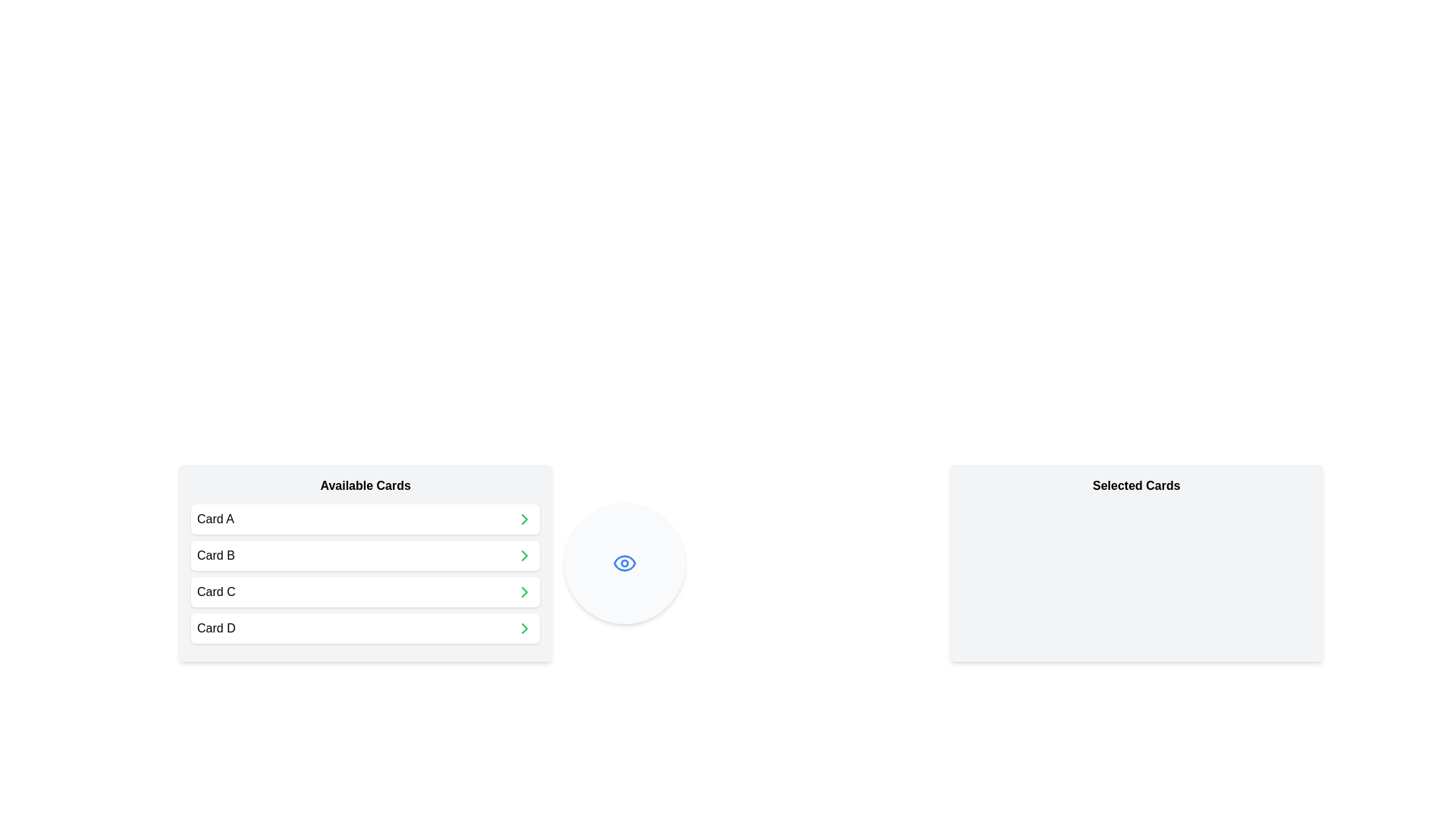 The image size is (1456, 819). What do you see at coordinates (525, 519) in the screenshot?
I see `the chevron icon next to the card labeled Card A in the 'Available Cards' list to move it to the 'Selected Cards' list` at bounding box center [525, 519].